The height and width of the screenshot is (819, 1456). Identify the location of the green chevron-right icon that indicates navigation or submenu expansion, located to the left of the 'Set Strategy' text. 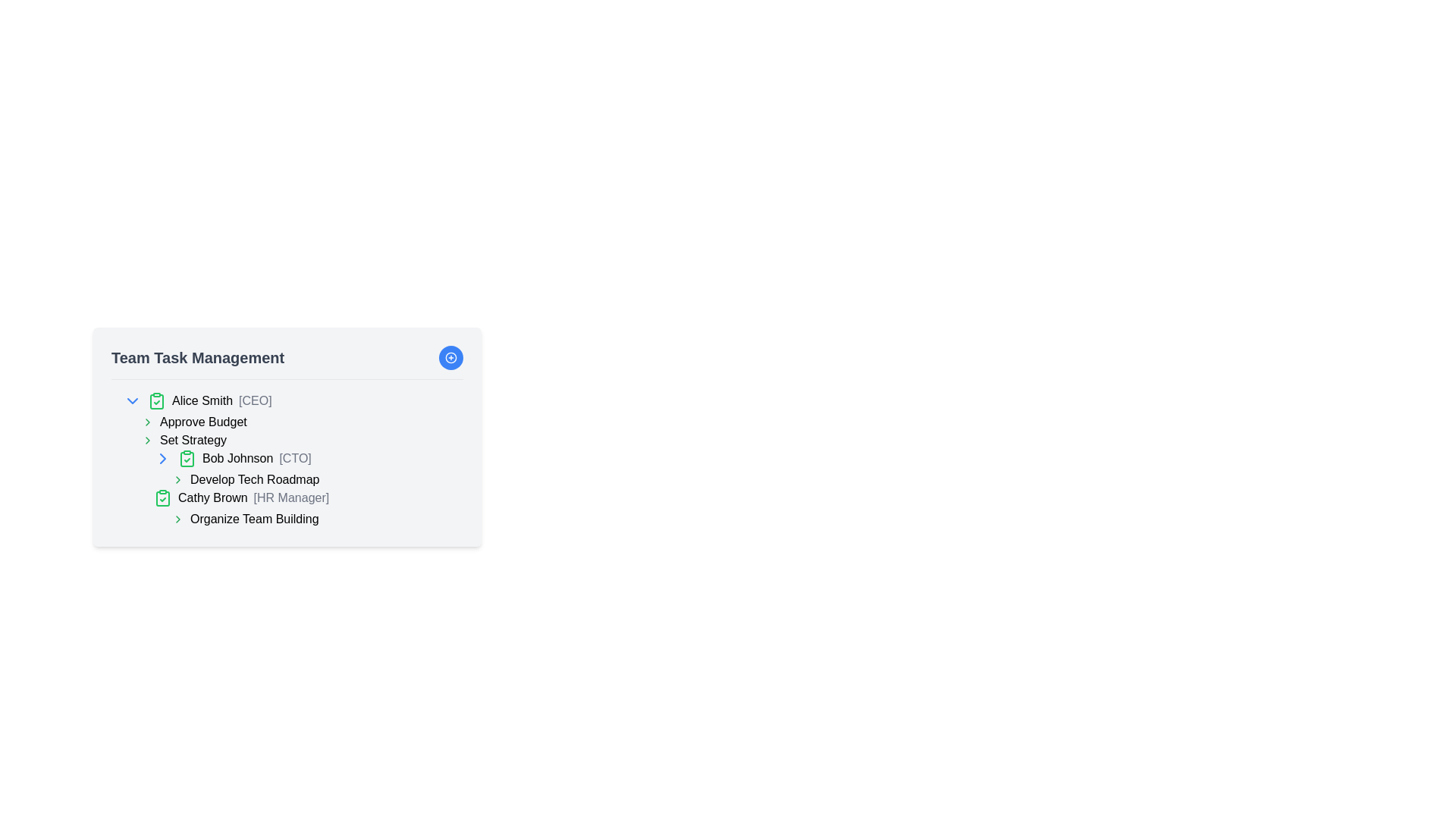
(148, 441).